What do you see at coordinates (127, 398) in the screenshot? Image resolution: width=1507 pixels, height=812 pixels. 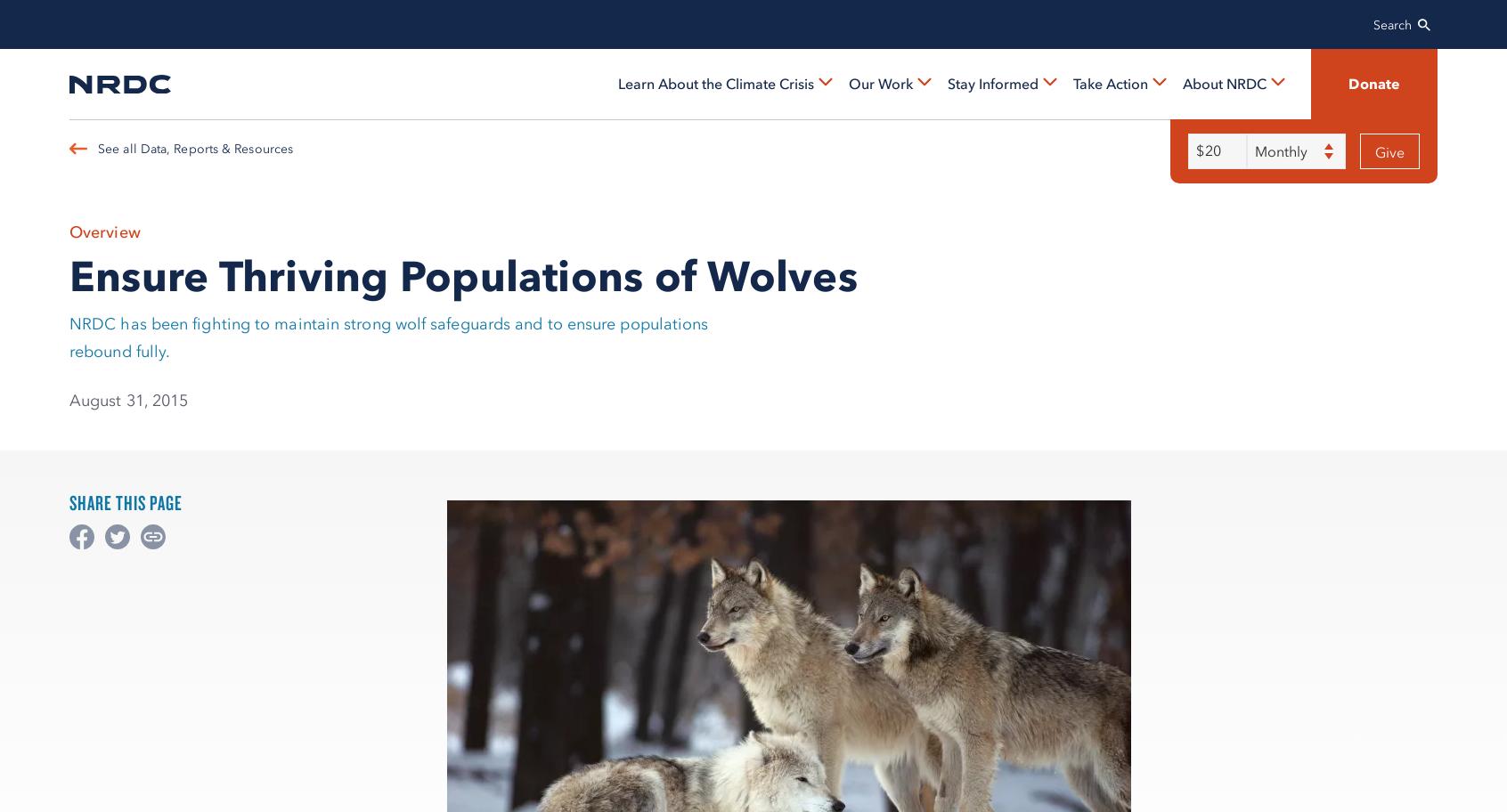 I see `'August 31, 2015'` at bounding box center [127, 398].